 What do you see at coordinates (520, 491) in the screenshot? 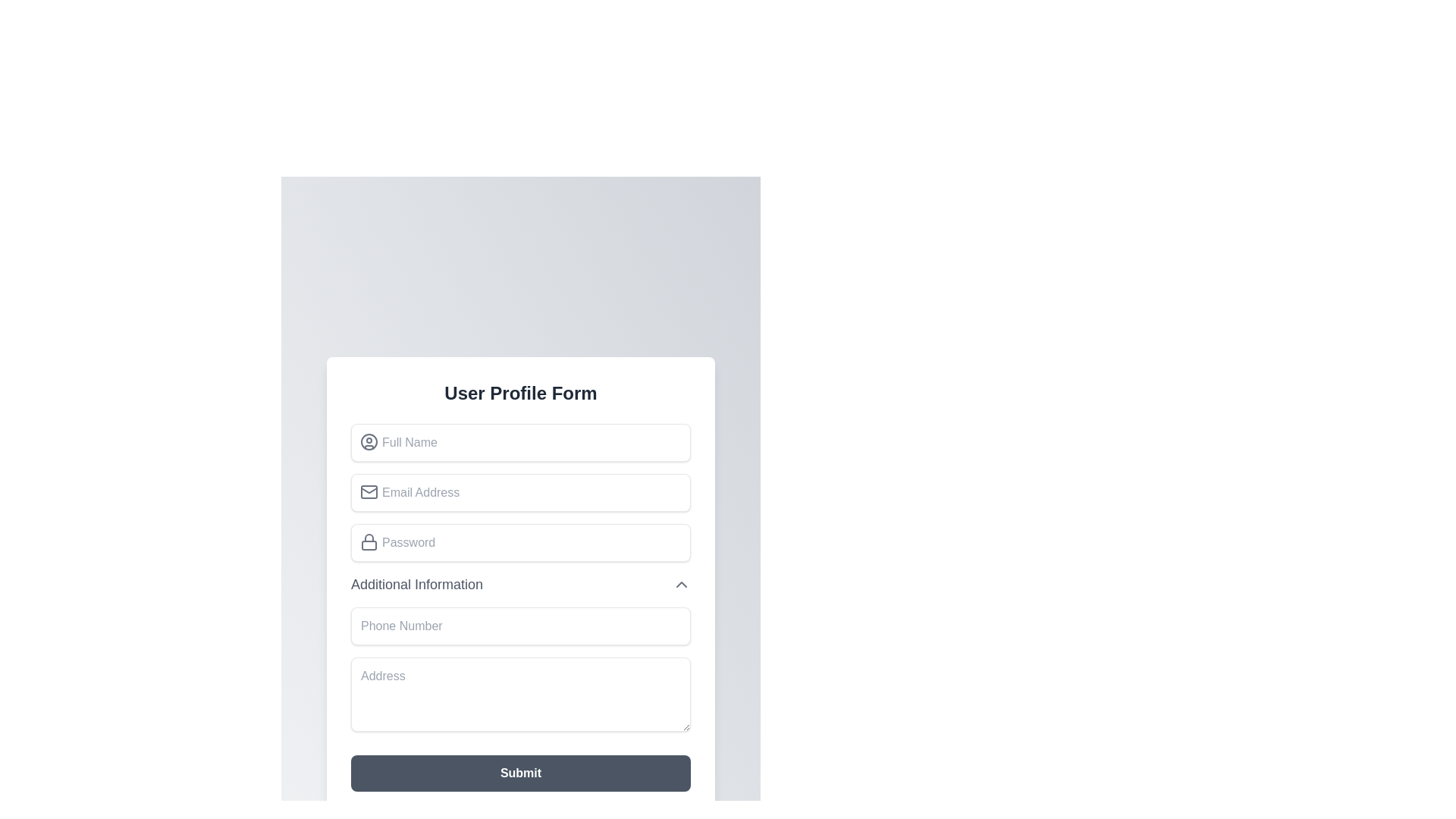
I see `the email input field located below the 'Full Name' field and above the 'Password' field` at bounding box center [520, 491].